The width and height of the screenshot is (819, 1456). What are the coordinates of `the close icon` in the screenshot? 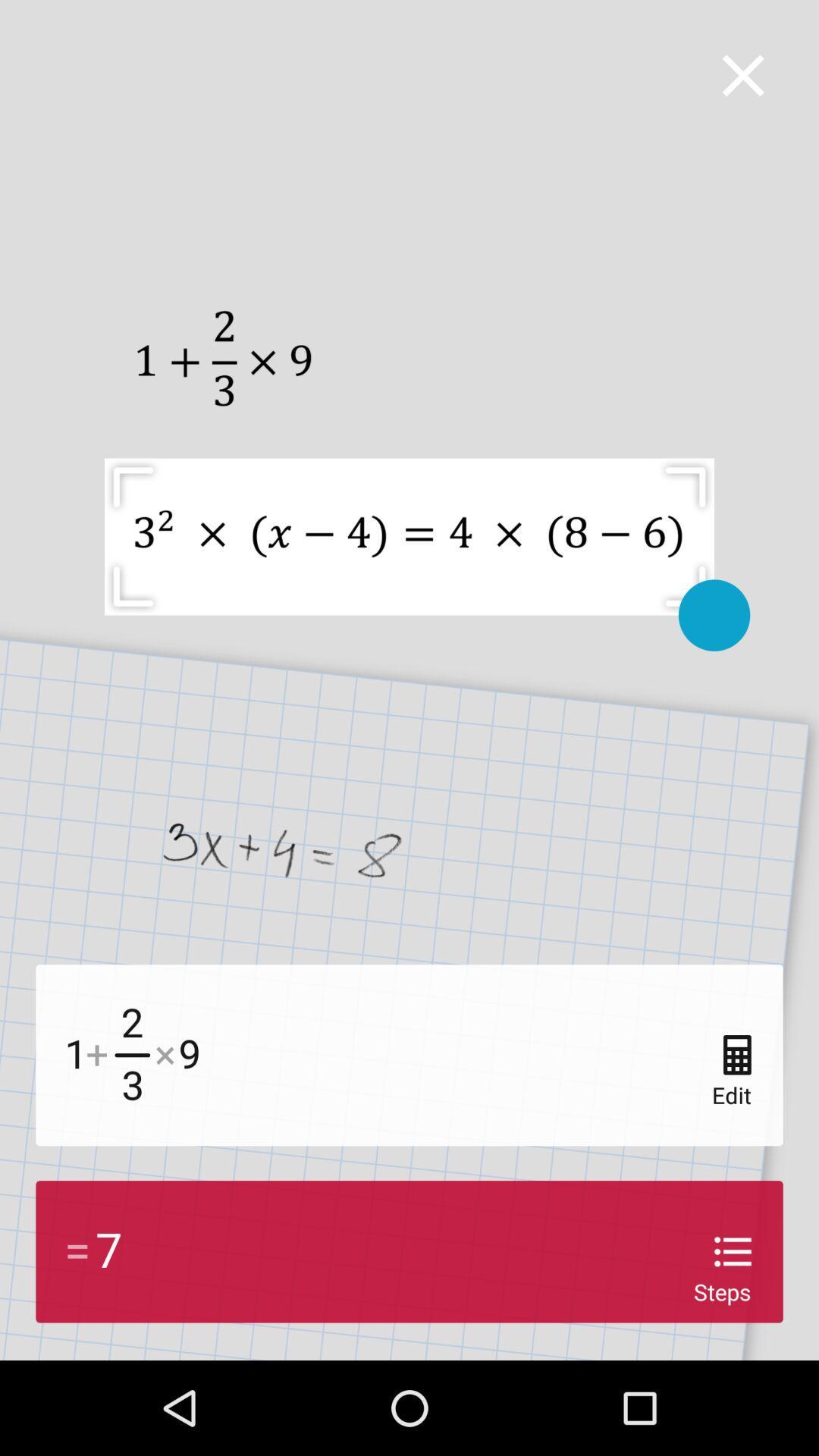 It's located at (742, 74).